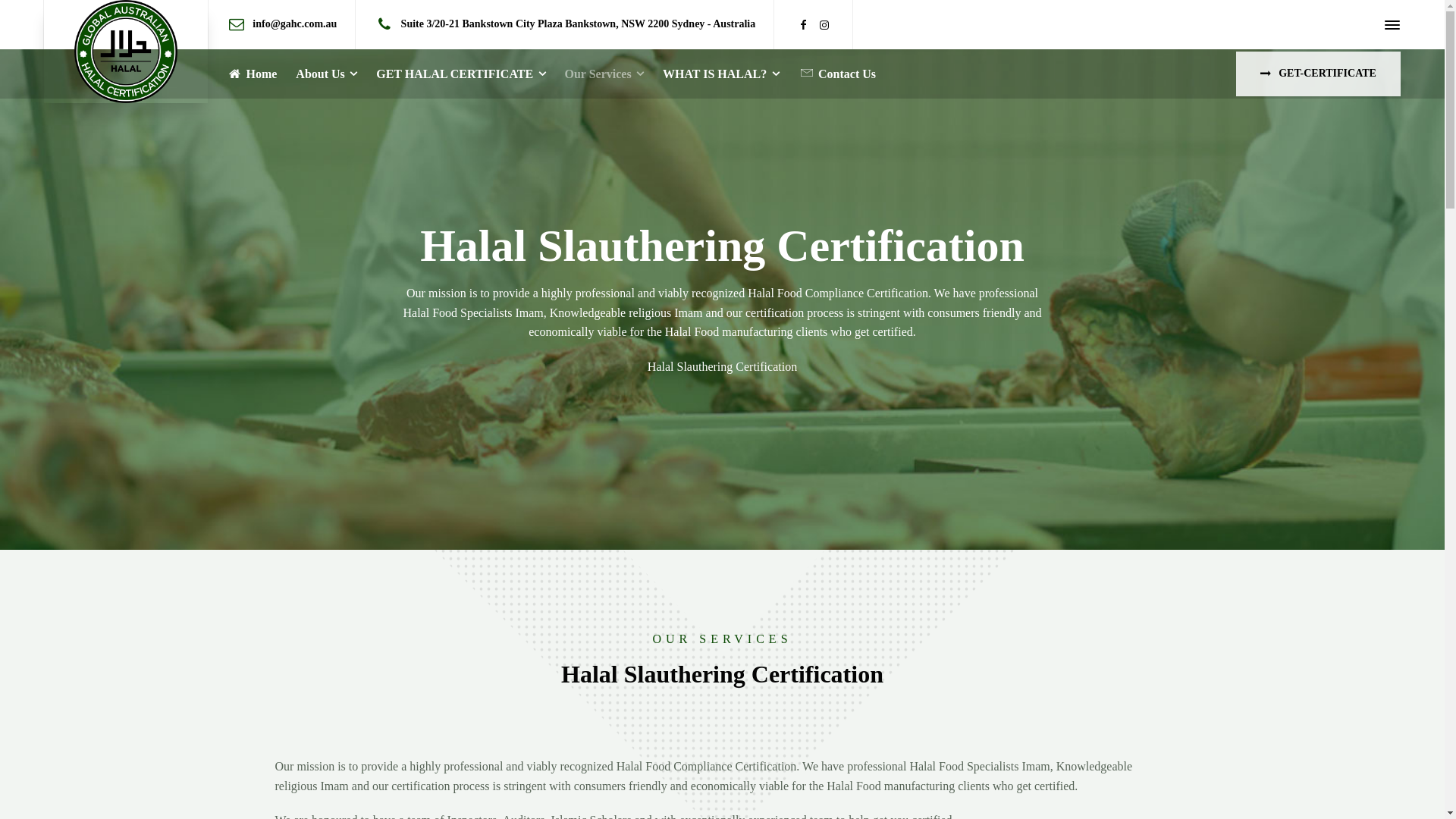 This screenshot has height=819, width=1456. Describe the element at coordinates (294, 24) in the screenshot. I see `'info@gahc.com.au'` at that location.